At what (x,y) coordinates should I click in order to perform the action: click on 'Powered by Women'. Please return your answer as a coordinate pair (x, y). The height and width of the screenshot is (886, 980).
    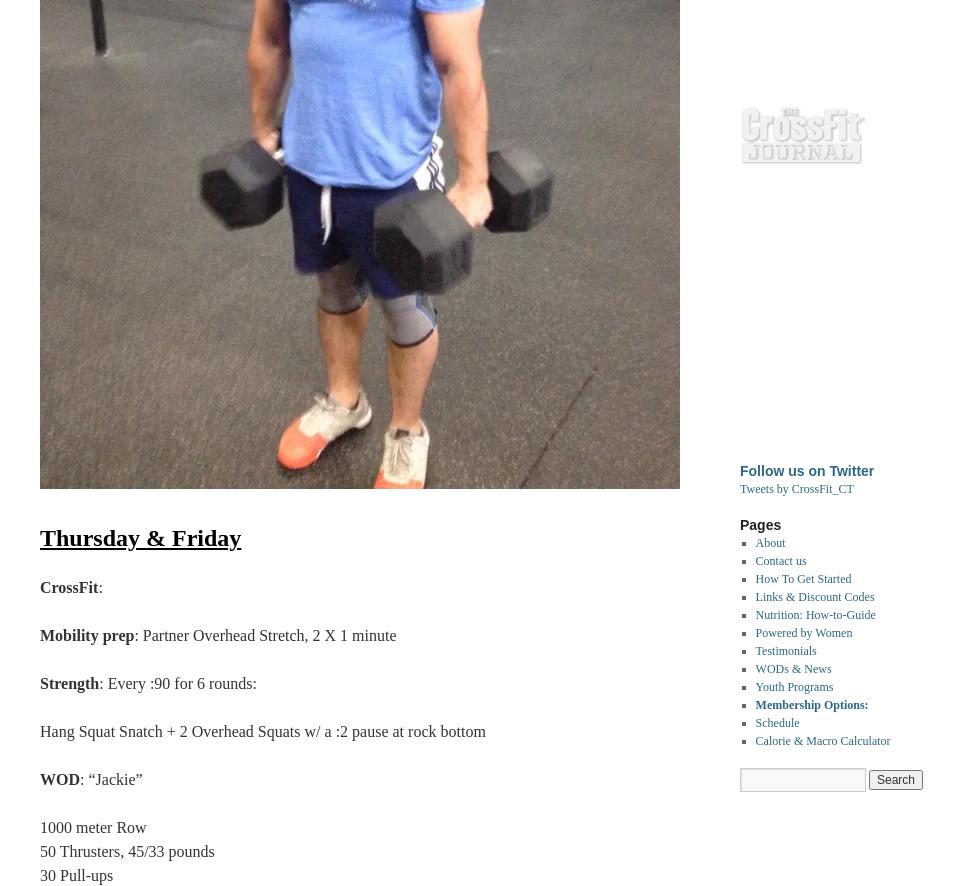
    Looking at the image, I should click on (754, 632).